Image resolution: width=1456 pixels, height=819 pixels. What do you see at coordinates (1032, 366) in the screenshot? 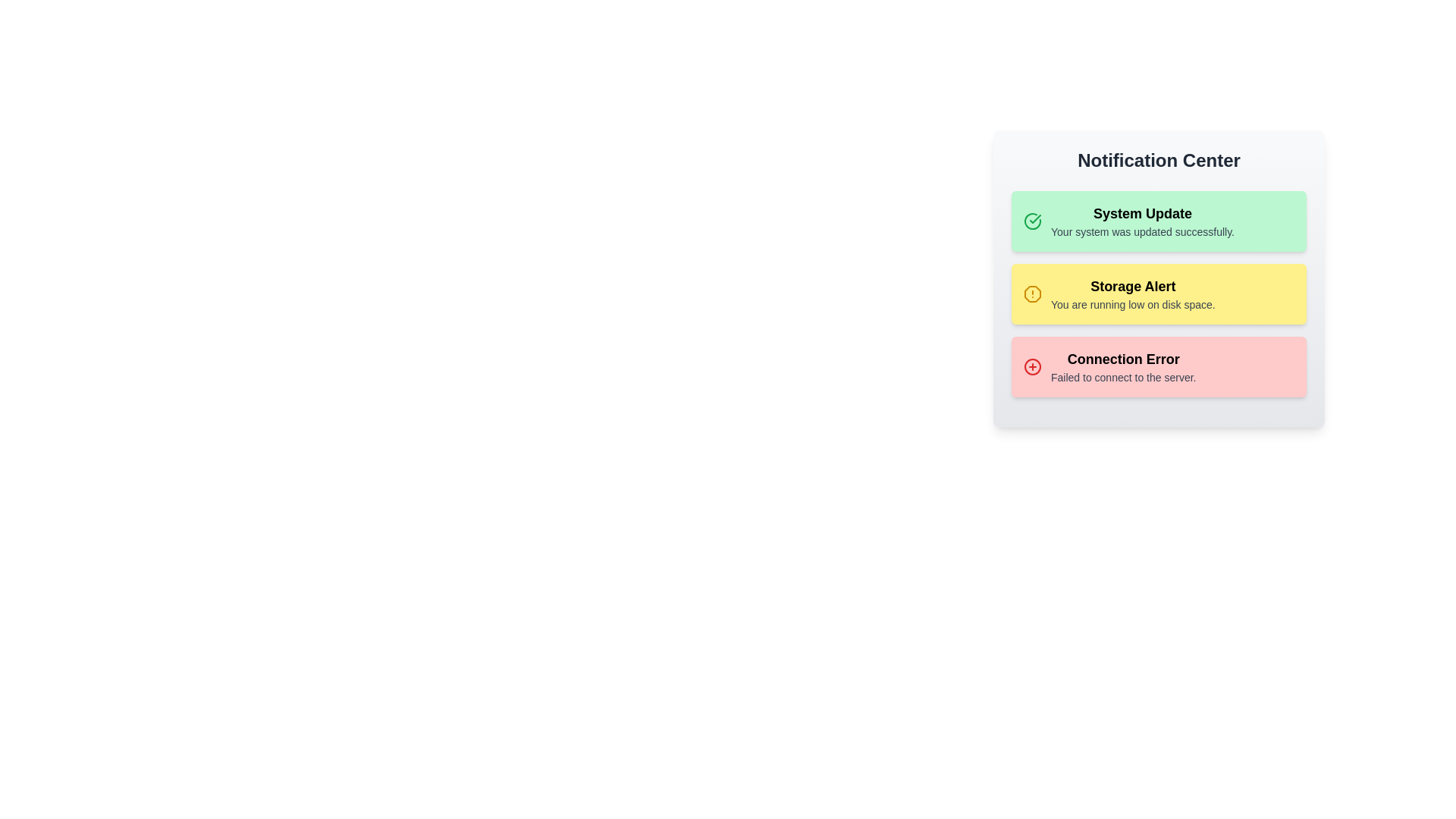
I see `the notification icon for Connection Error` at bounding box center [1032, 366].